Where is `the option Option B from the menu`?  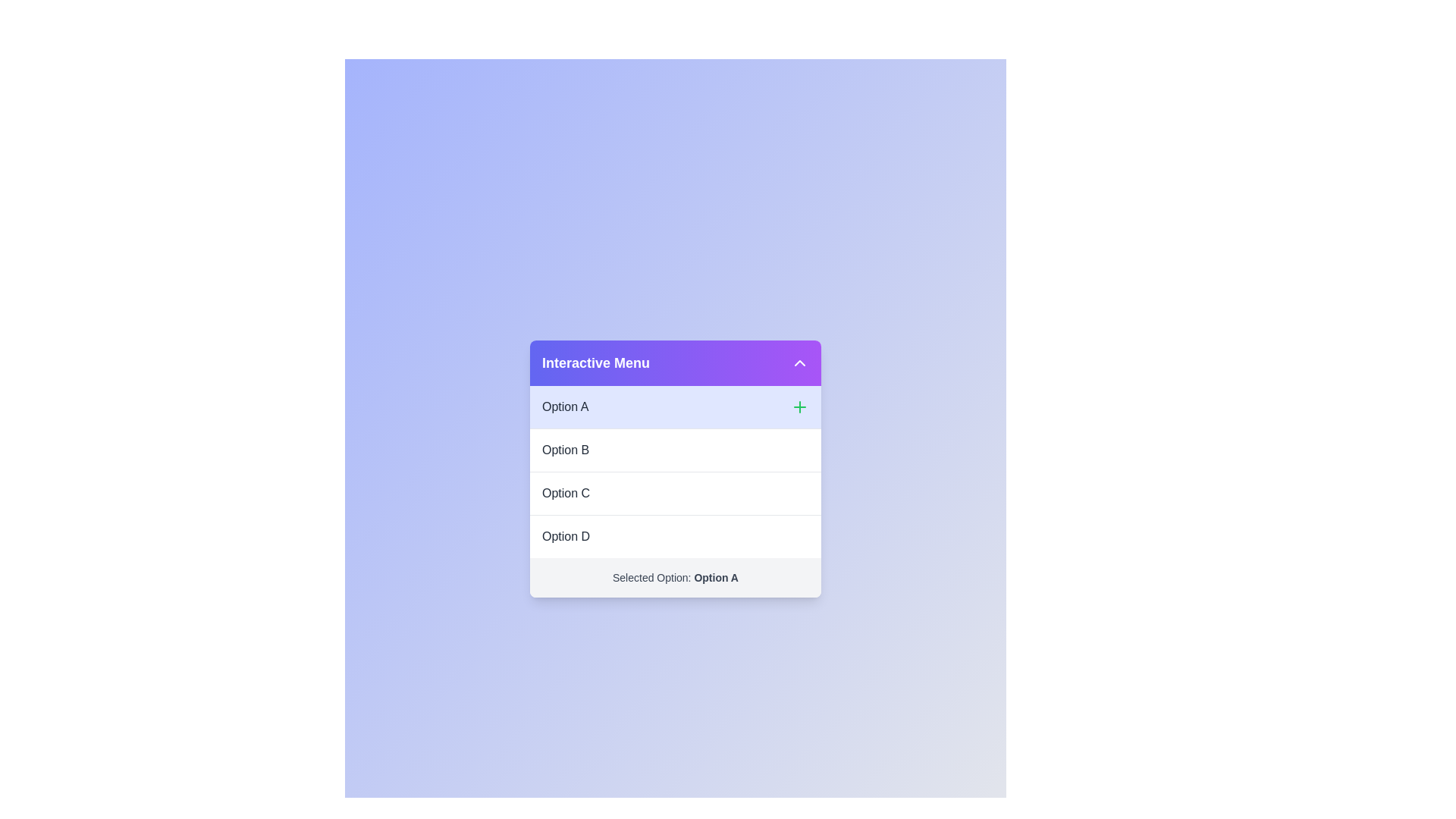 the option Option B from the menu is located at coordinates (675, 449).